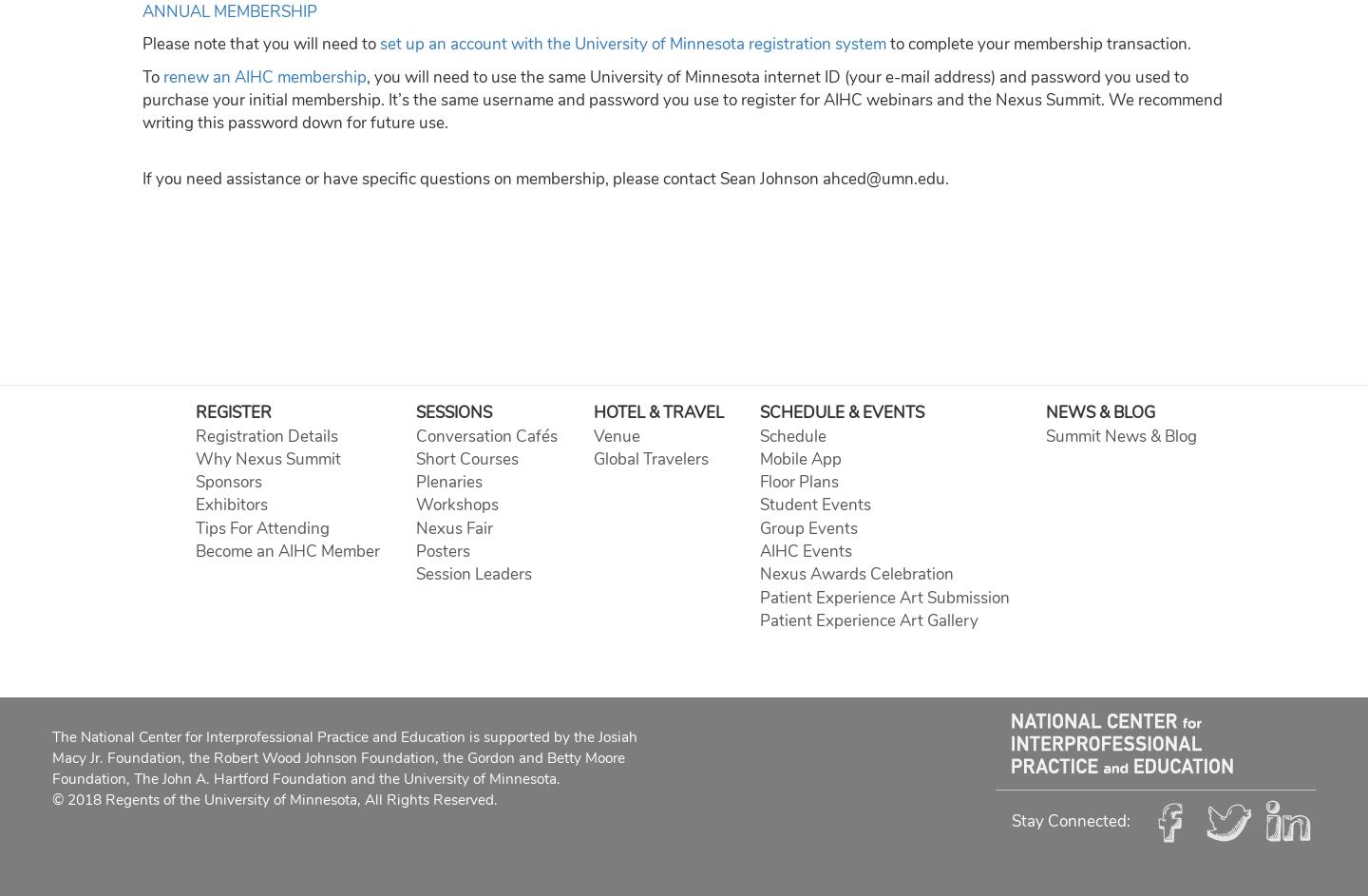 The height and width of the screenshot is (896, 1368). Describe the element at coordinates (545, 177) in the screenshot. I see `'If you need assistance or have specific questions on membership, please contact Sean Johnson ahced@umn.edu.'` at that location.